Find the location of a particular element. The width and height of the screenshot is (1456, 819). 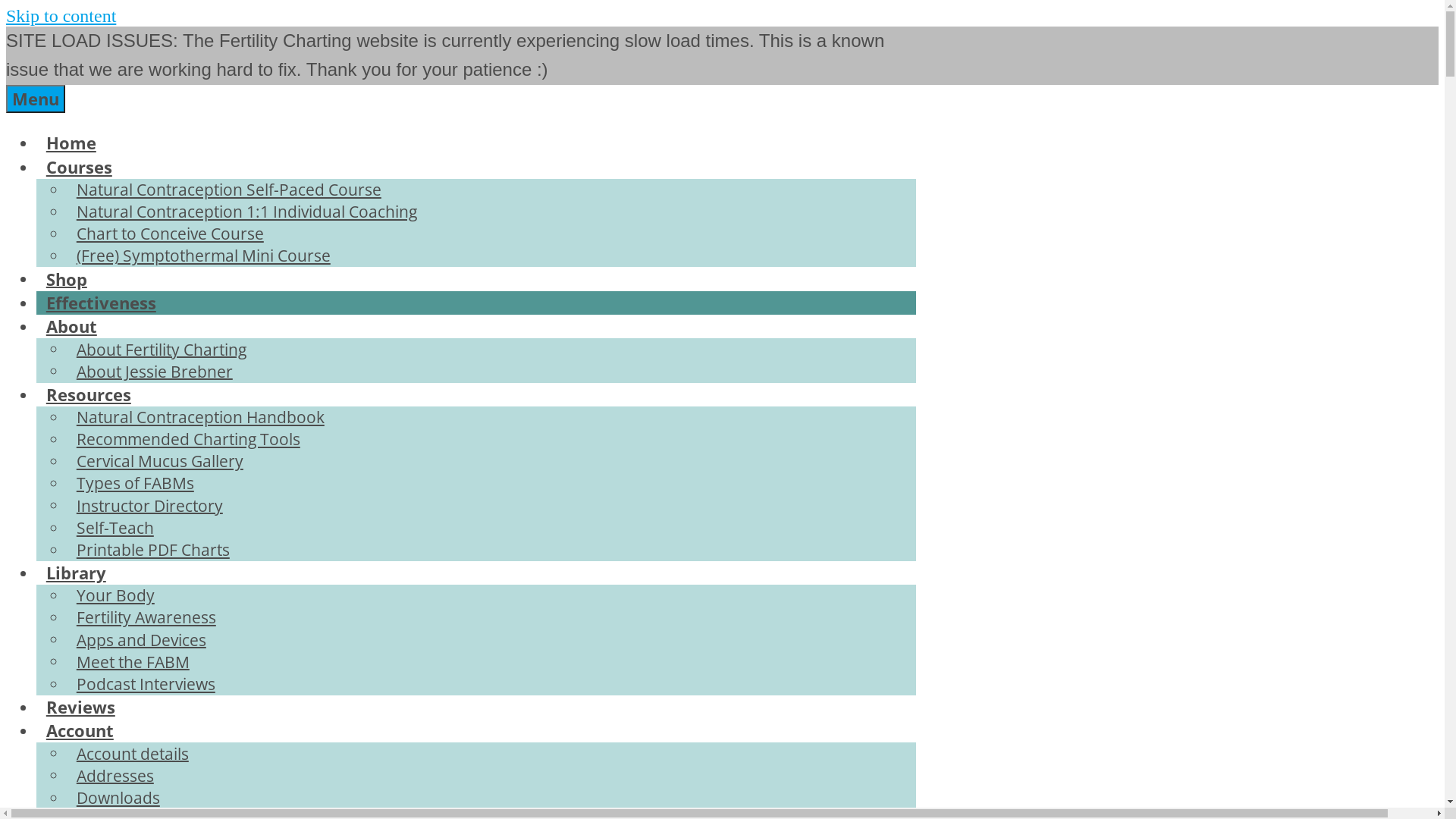

'About' is located at coordinates (71, 325).